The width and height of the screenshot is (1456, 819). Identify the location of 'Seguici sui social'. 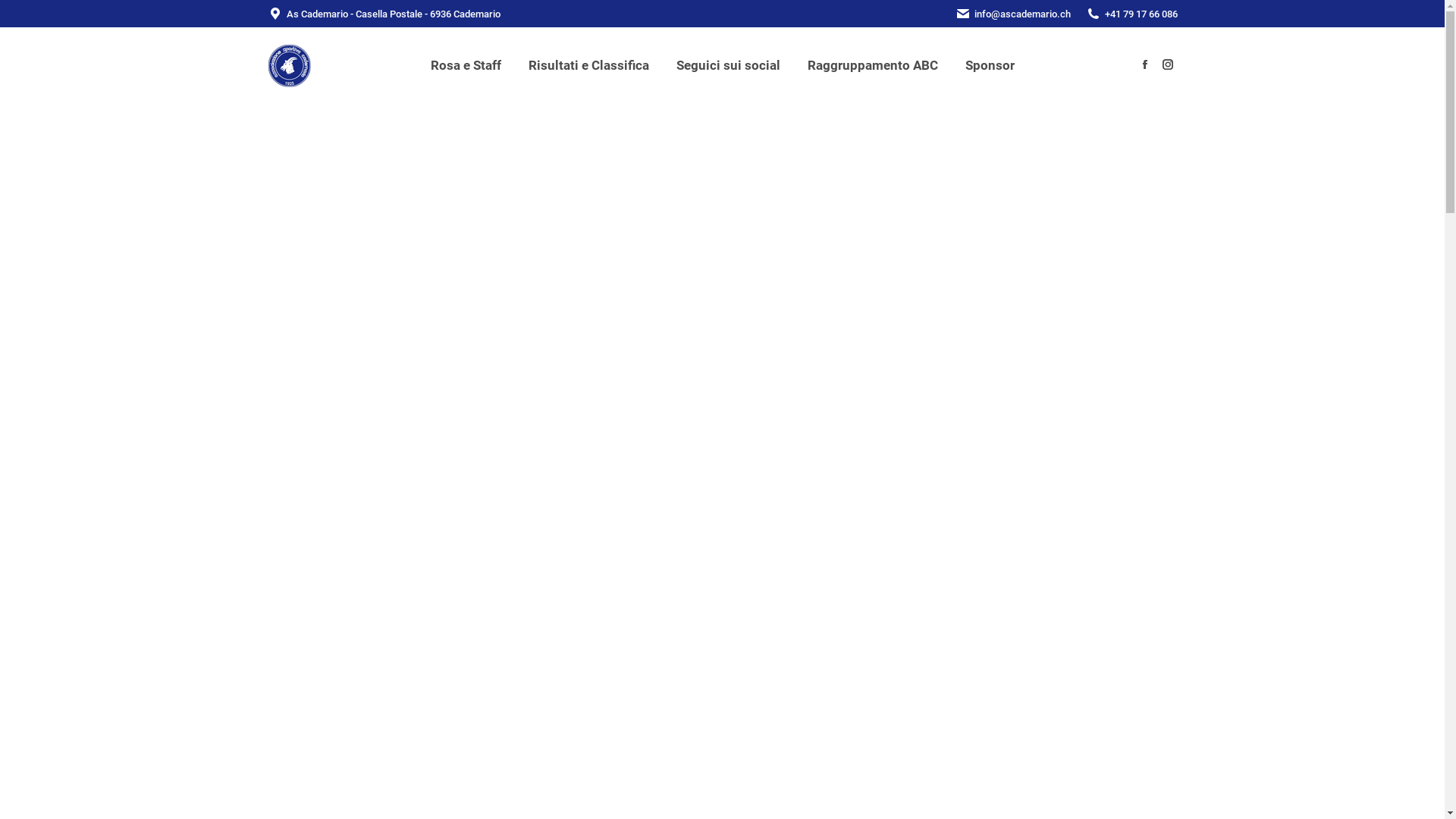
(728, 64).